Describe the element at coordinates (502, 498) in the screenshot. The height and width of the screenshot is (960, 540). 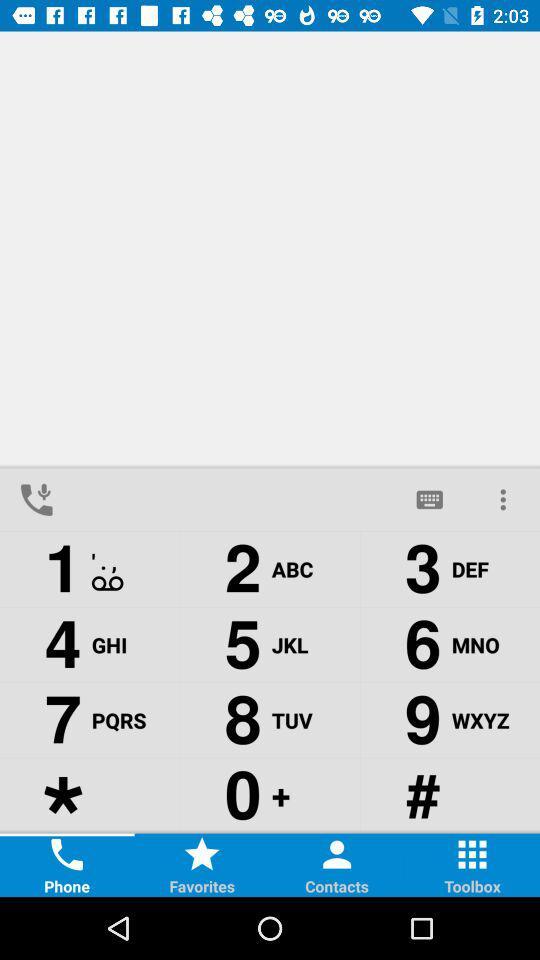
I see `the more icon` at that location.